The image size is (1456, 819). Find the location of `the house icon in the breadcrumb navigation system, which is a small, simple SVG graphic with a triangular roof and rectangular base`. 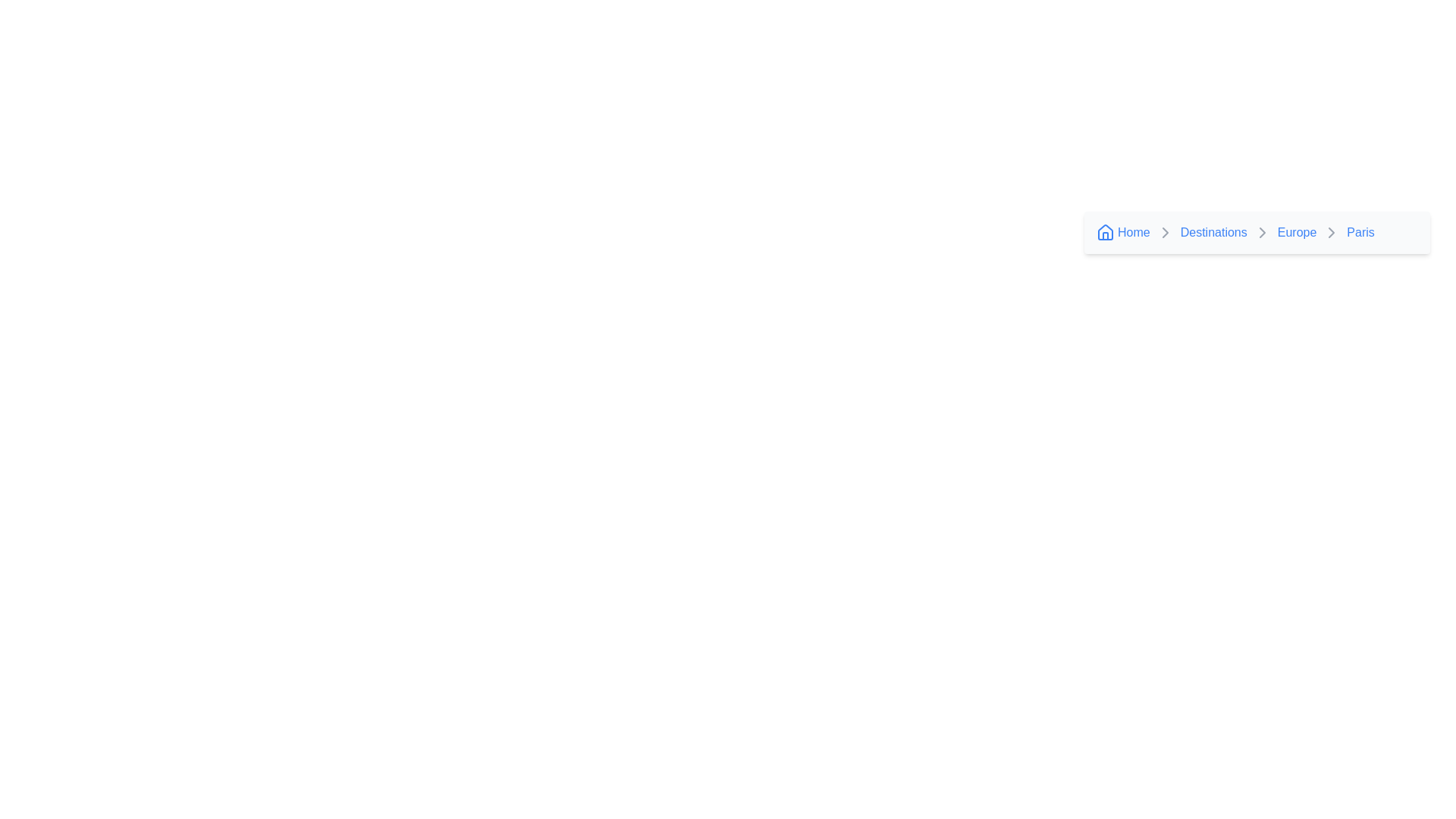

the house icon in the breadcrumb navigation system, which is a small, simple SVG graphic with a triangular roof and rectangular base is located at coordinates (1106, 231).